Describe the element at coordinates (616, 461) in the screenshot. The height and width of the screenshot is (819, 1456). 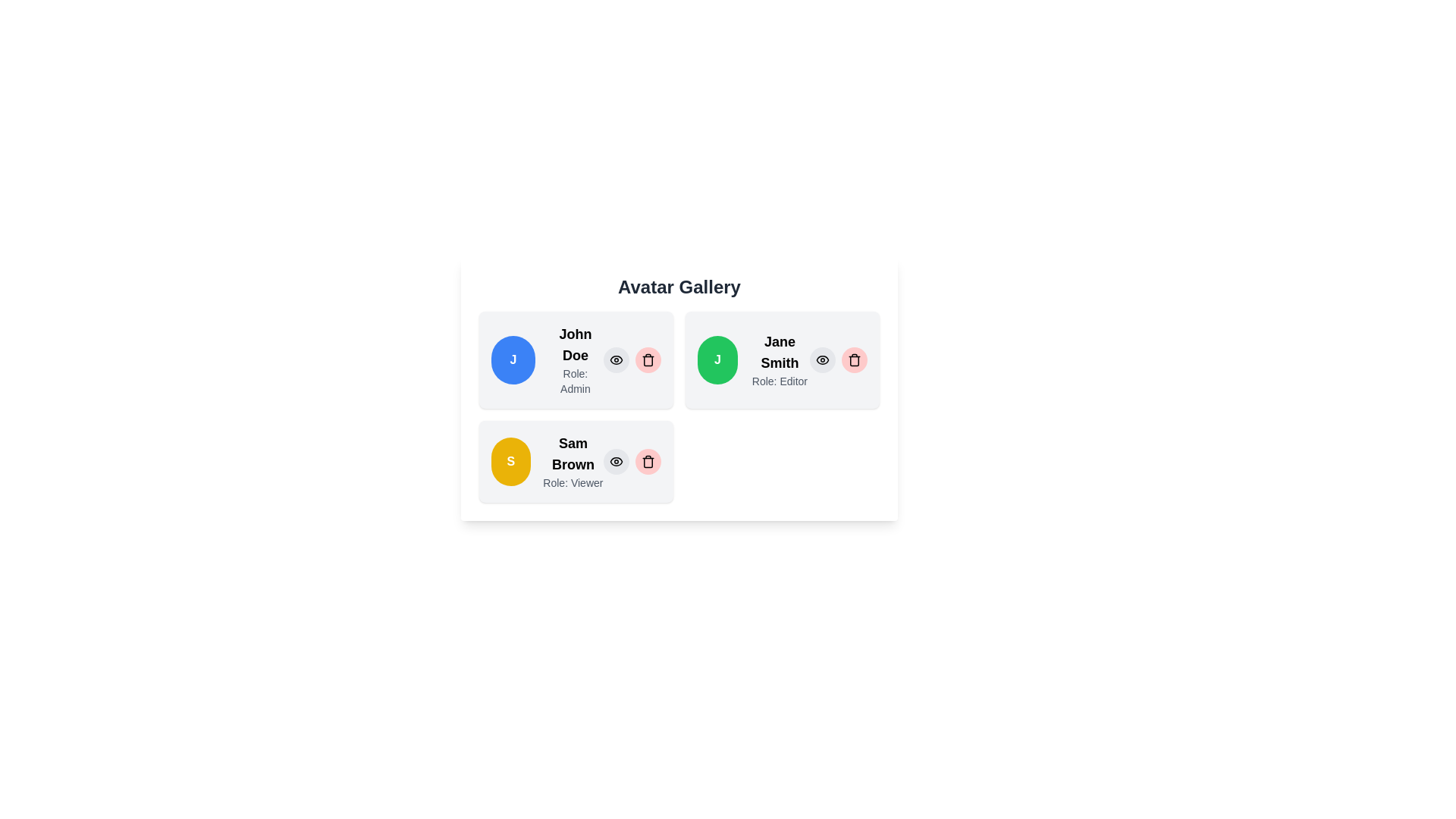
I see `the eye icon located inside the circular button to the right of 'Sam Brown' under the 'Role: Viewer' text in the third card of the layout` at that location.